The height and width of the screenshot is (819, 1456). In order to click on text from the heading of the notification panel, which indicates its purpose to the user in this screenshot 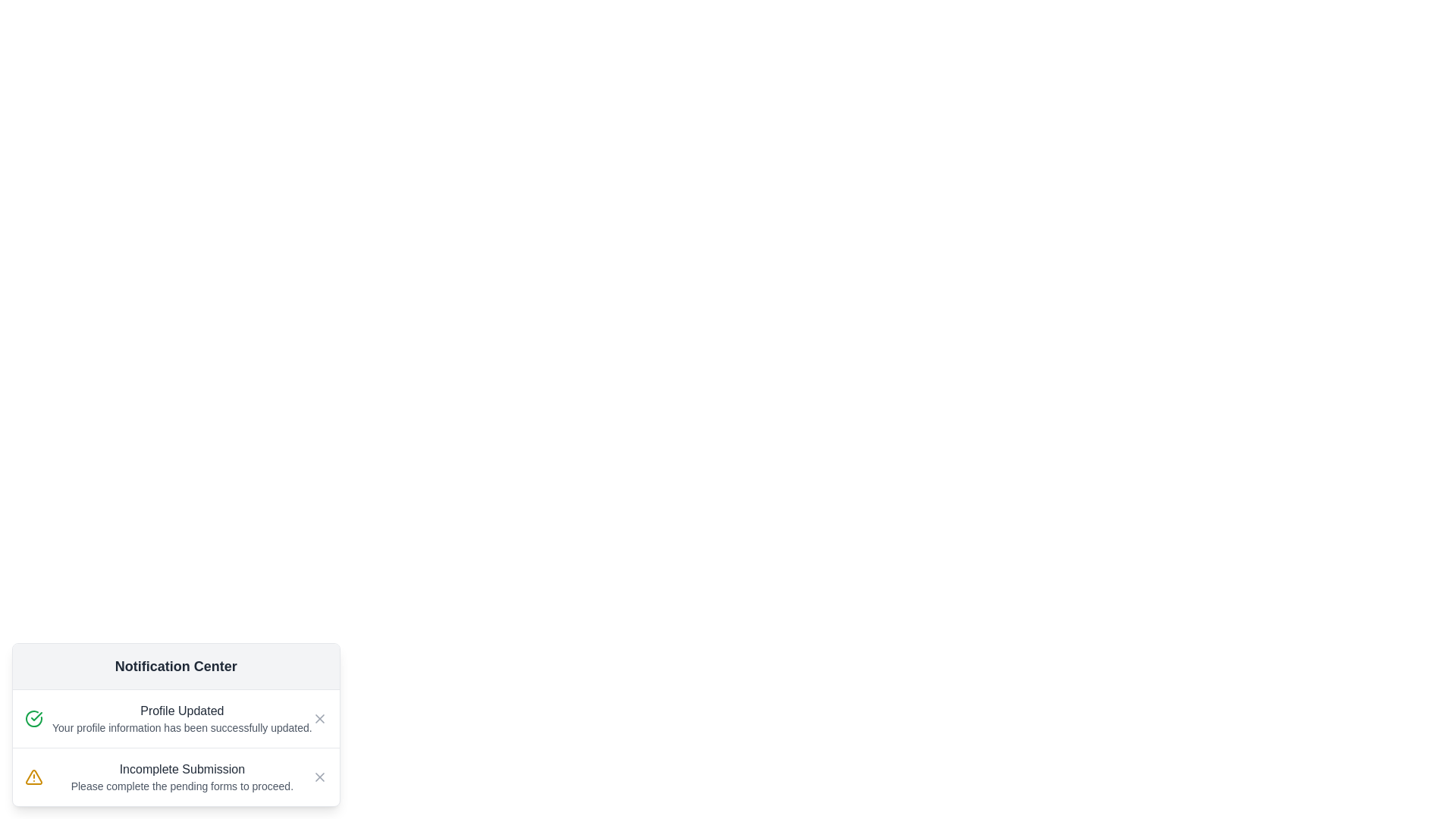, I will do `click(176, 666)`.